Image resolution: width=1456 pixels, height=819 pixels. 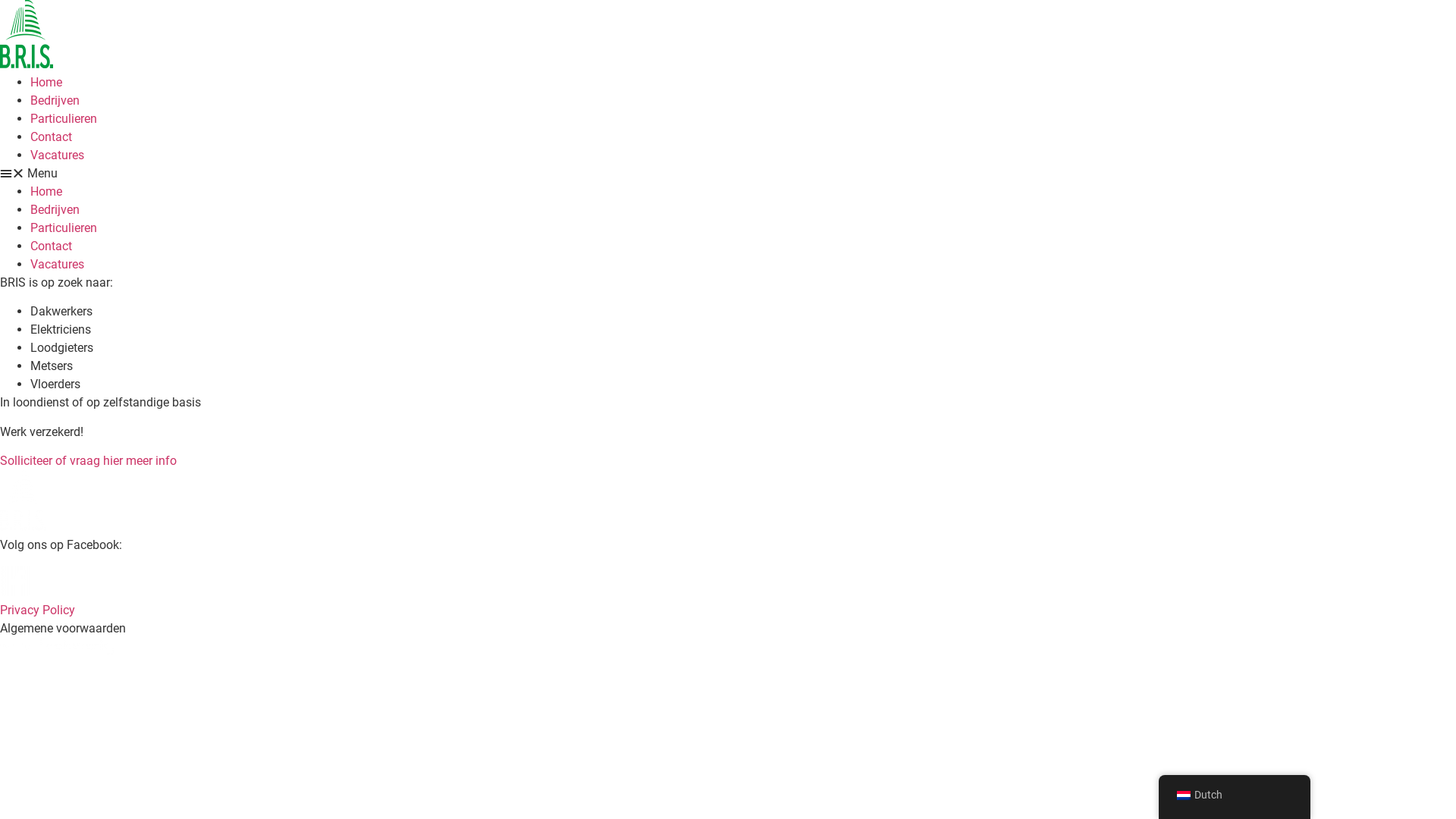 What do you see at coordinates (57, 263) in the screenshot?
I see `'Vacatures'` at bounding box center [57, 263].